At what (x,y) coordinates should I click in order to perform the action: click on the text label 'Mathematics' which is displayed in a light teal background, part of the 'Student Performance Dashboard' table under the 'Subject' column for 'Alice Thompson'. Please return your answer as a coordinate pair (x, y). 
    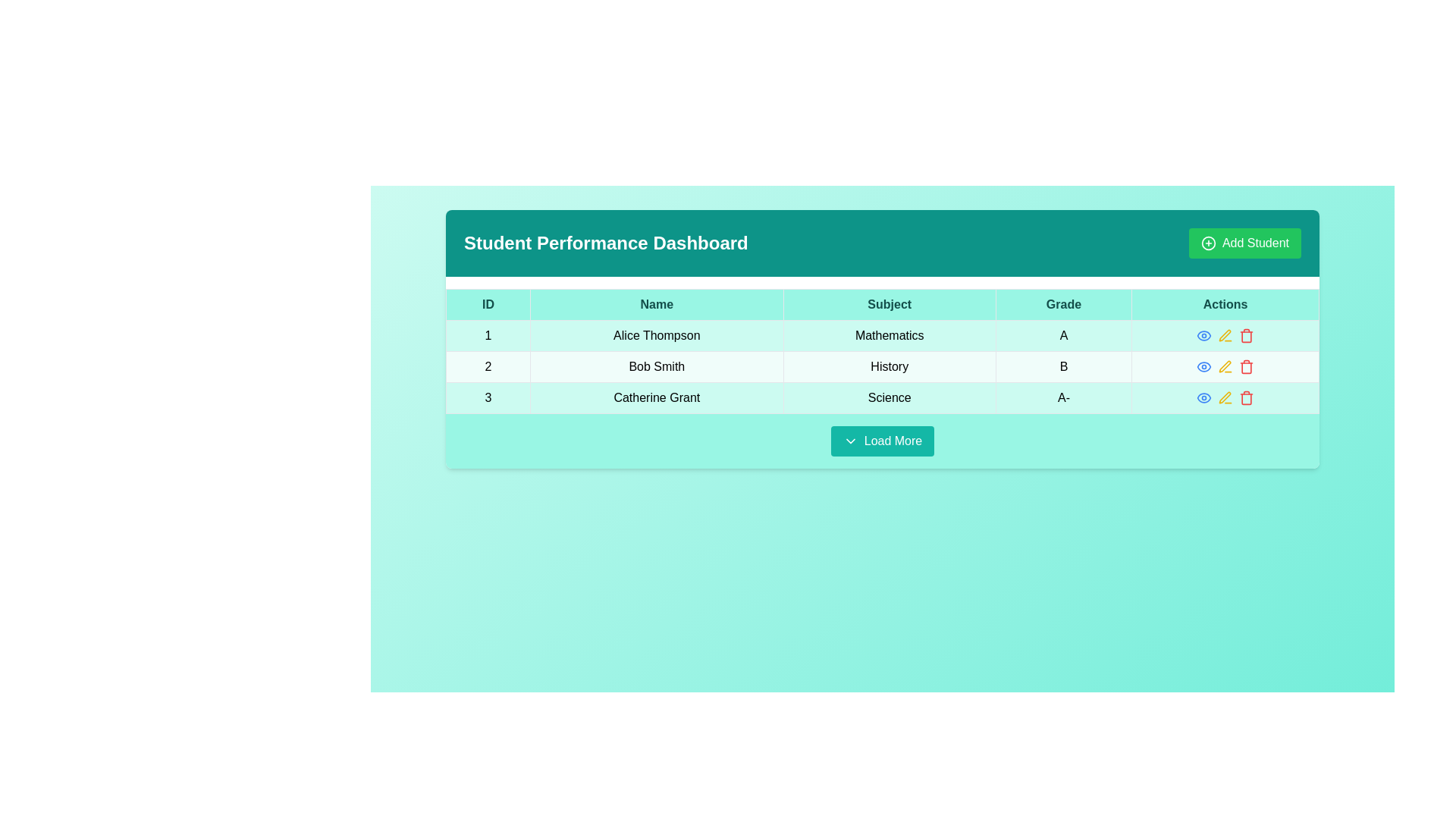
    Looking at the image, I should click on (890, 335).